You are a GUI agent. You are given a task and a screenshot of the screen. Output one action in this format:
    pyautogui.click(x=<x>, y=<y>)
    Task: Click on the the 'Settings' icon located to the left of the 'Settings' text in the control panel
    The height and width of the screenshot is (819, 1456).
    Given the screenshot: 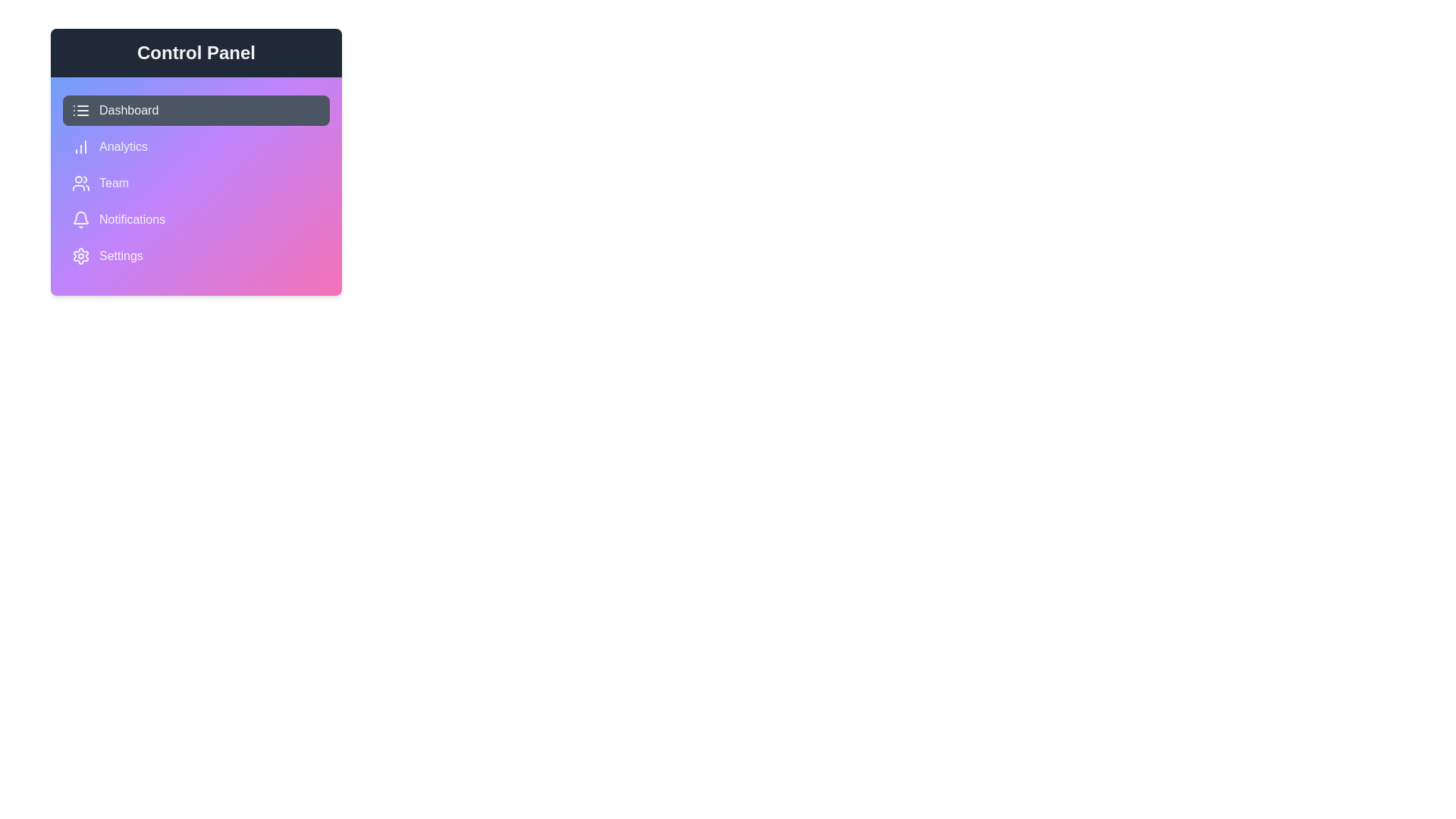 What is the action you would take?
    pyautogui.click(x=80, y=256)
    